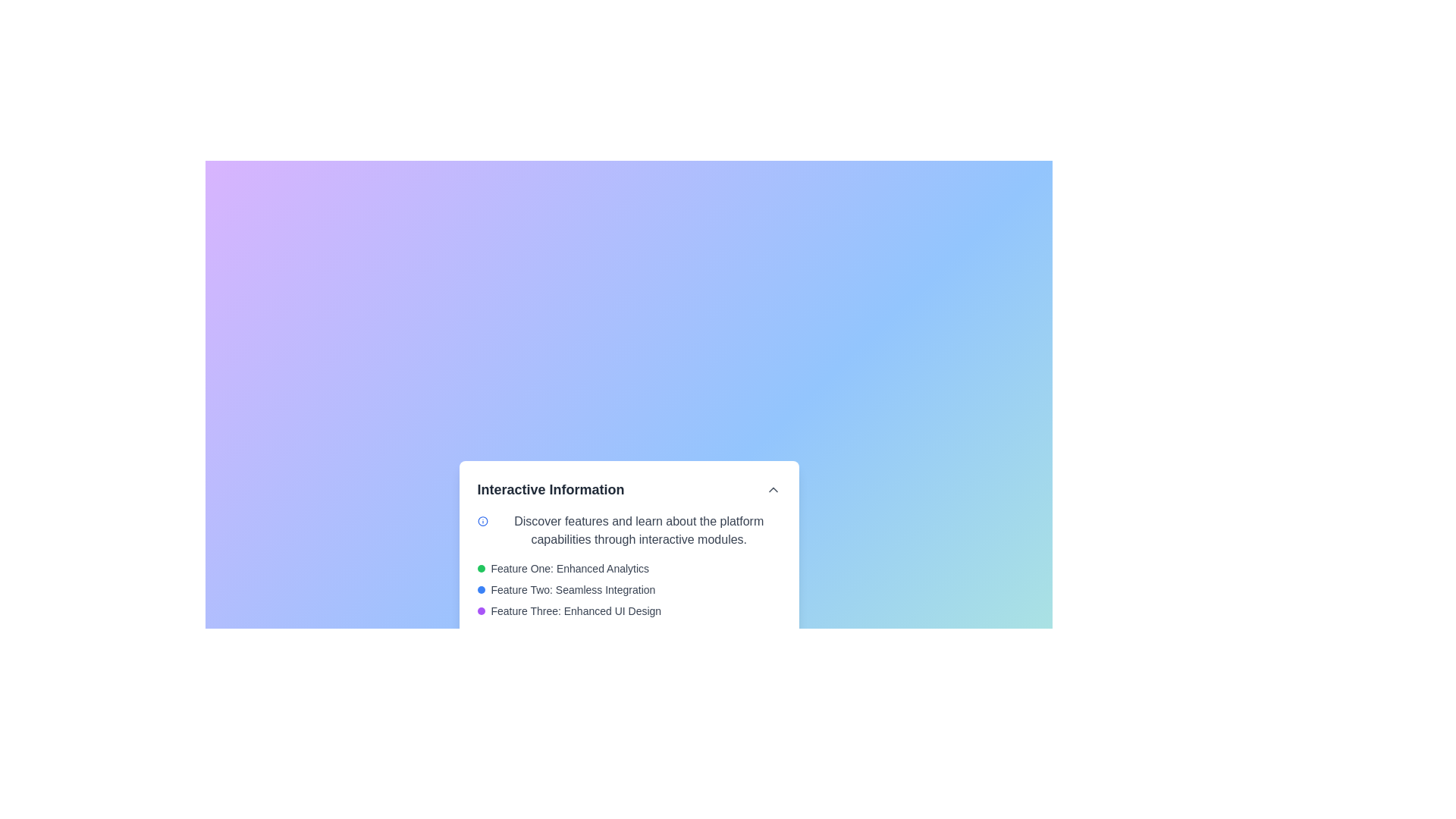  I want to click on the Label with the green circular dot and the text 'Feature One: Enhanced Analytics', which is the first item in a vertical list of features below the 'Interactive Information' title, so click(629, 568).